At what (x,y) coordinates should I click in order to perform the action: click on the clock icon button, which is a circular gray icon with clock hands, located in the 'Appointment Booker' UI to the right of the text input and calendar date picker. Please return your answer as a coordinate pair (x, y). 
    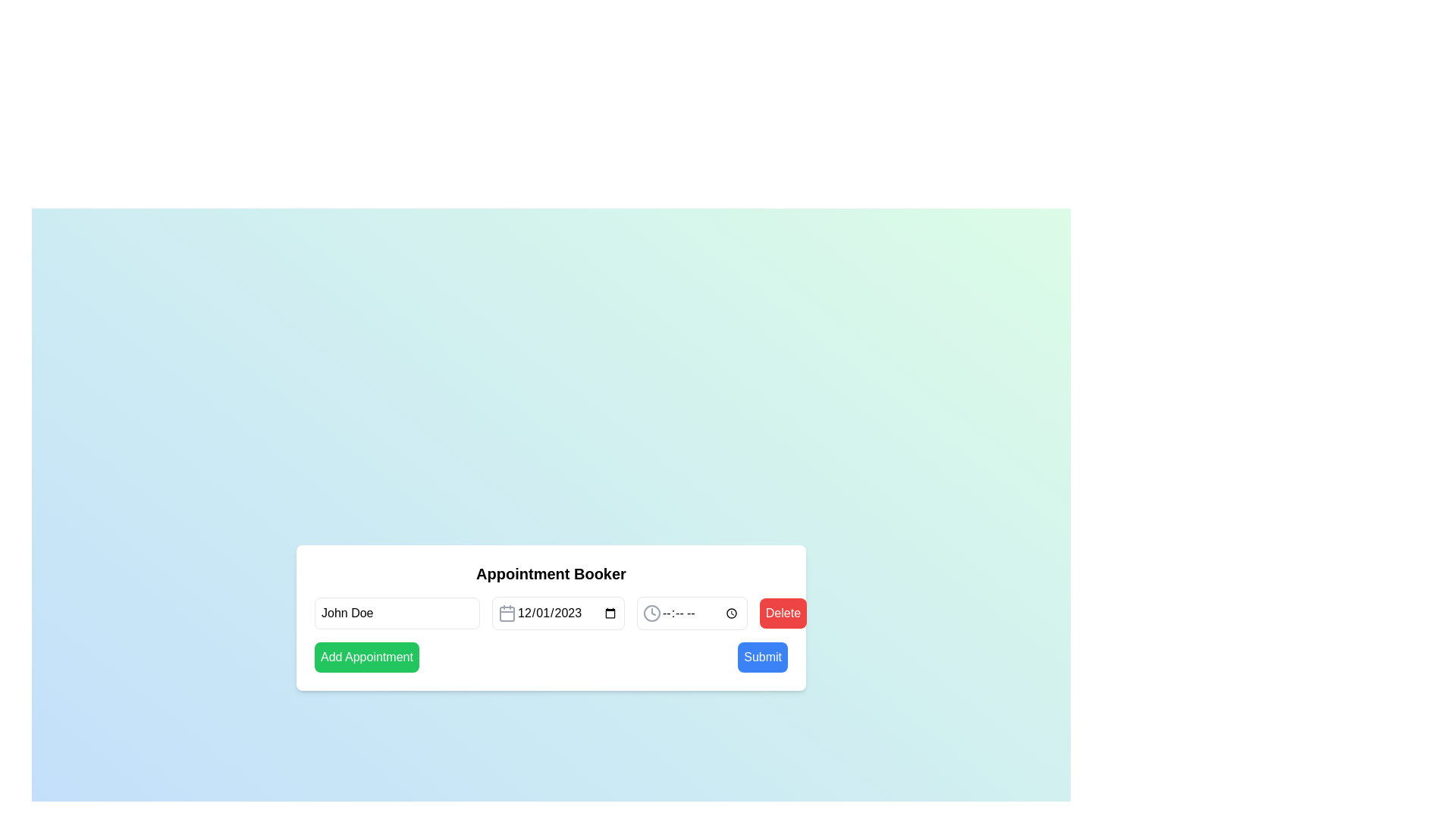
    Looking at the image, I should click on (651, 613).